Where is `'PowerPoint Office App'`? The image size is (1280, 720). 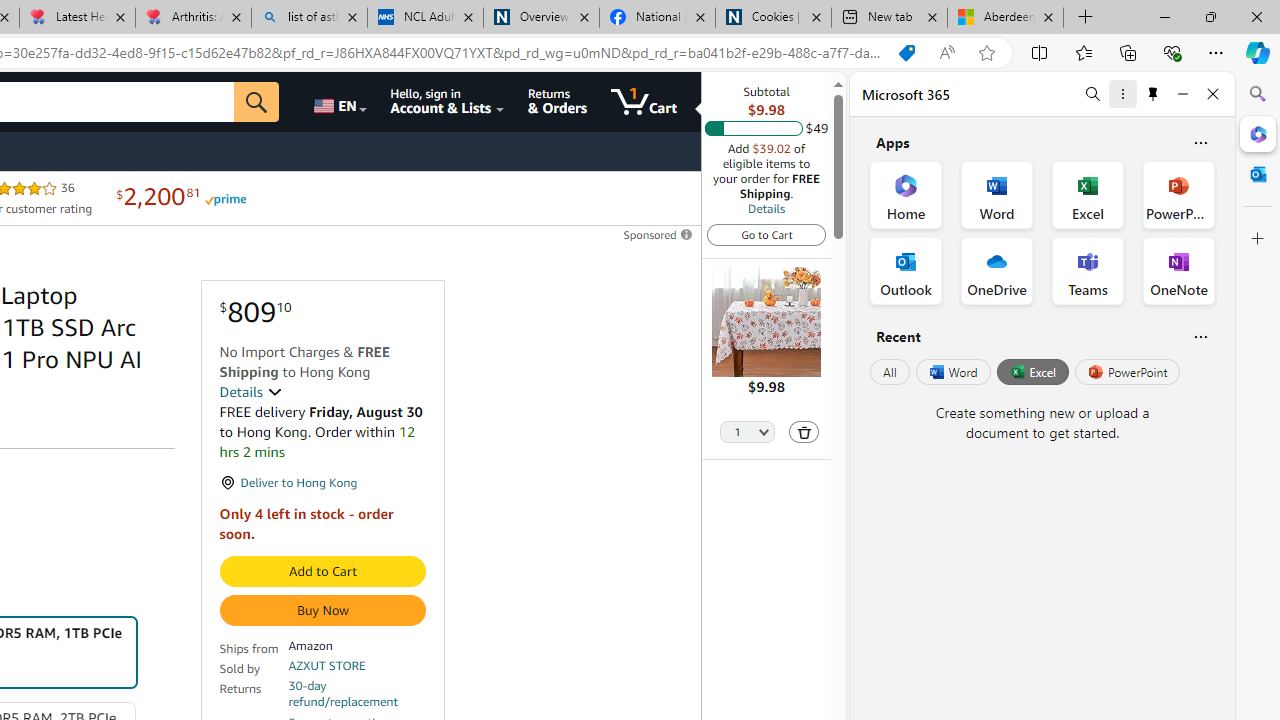 'PowerPoint Office App' is located at coordinates (1178, 195).